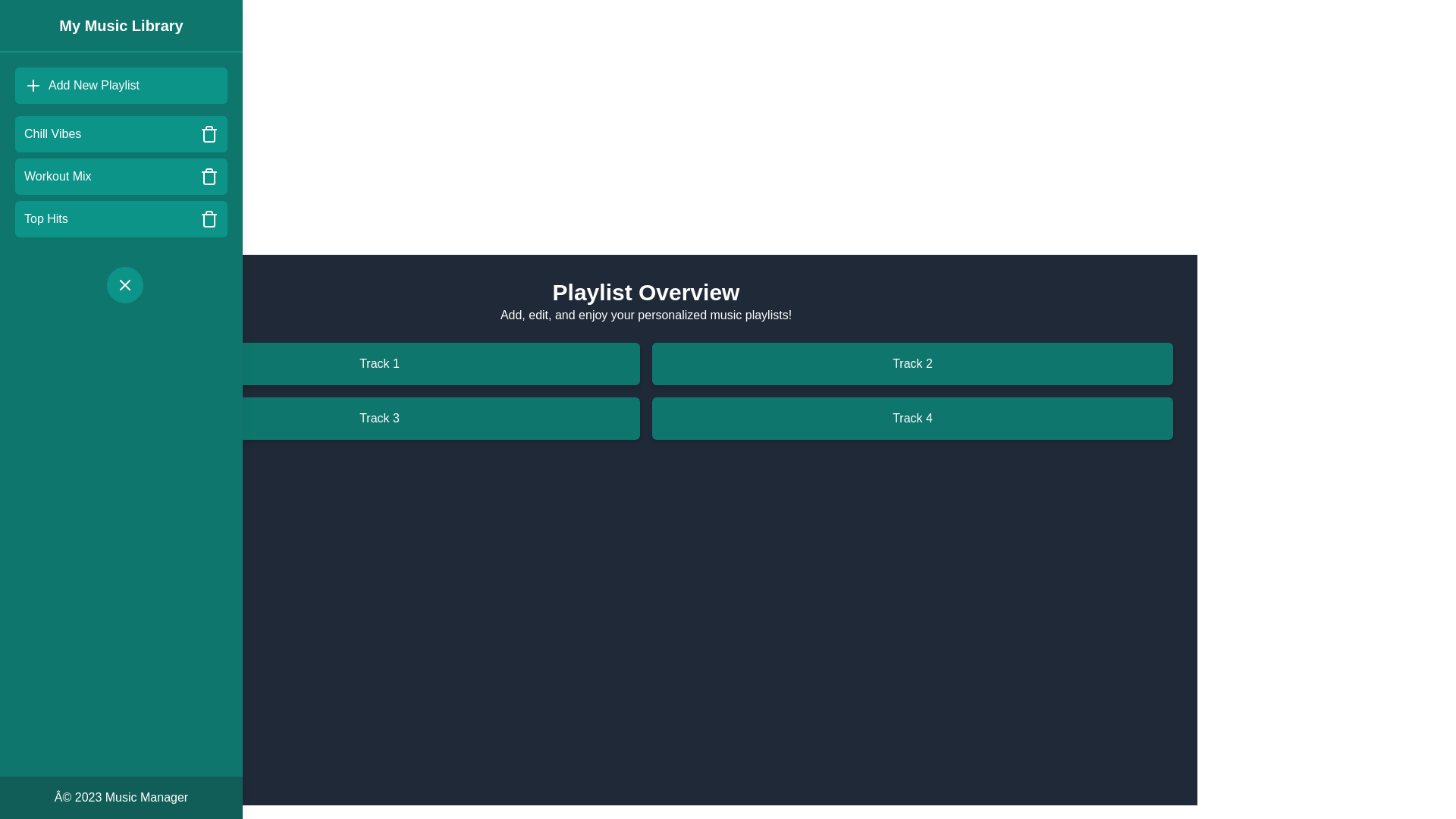 This screenshot has height=819, width=1456. Describe the element at coordinates (379, 418) in the screenshot. I see `the button labeled 'Track 3'` at that location.